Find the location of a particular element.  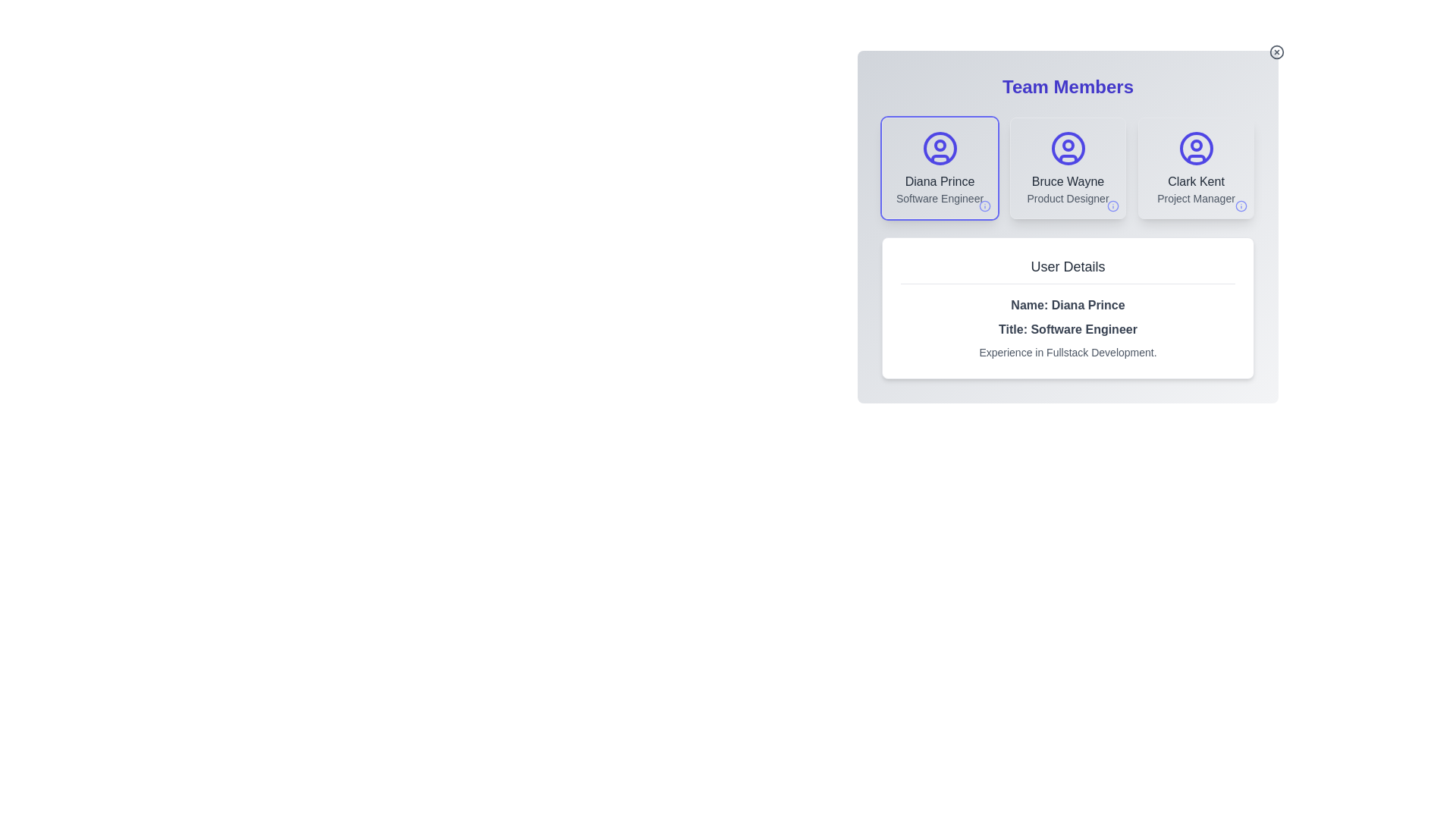

the circular user icon with a blue outline for 'Clark Kent' in the top-right section of the card layout is located at coordinates (1195, 149).